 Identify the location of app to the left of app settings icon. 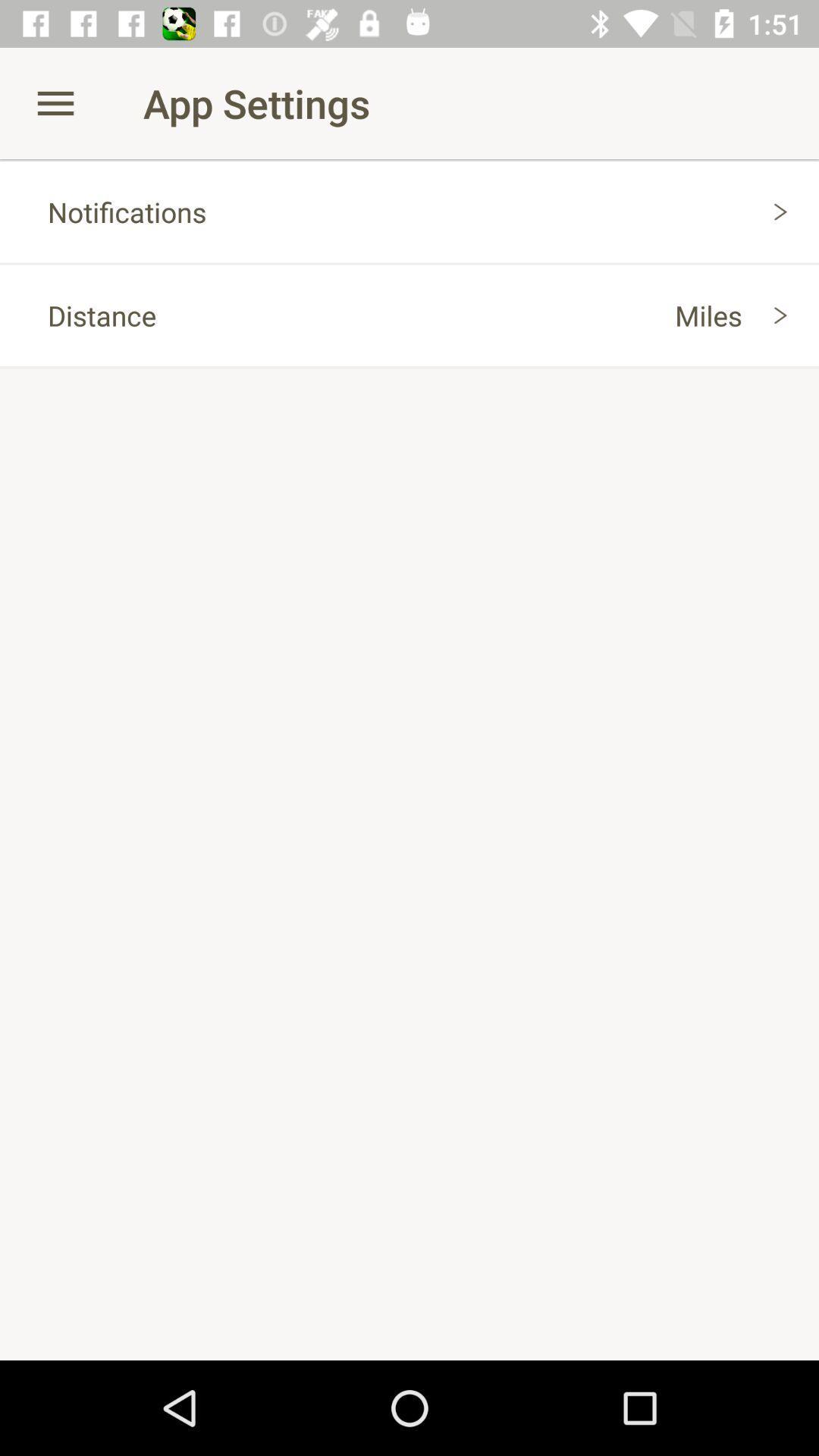
(55, 102).